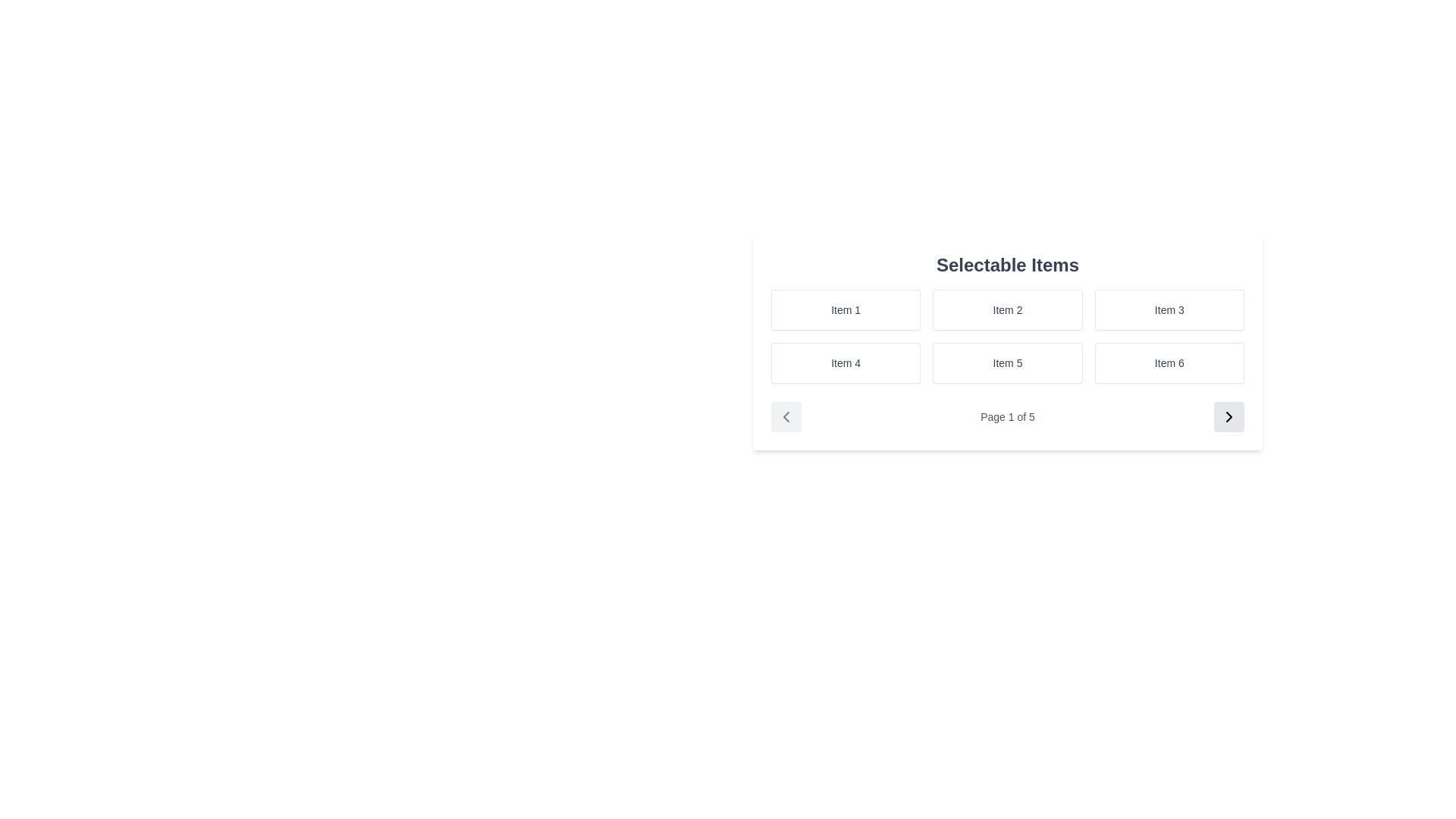  What do you see at coordinates (1008, 309) in the screenshot?
I see `the text label that contains 'Item 2', which is styled with a medium-sized font and gray text color, located in the first row's middle item of a 2x3 grid layout under the heading 'Selectable Items'` at bounding box center [1008, 309].